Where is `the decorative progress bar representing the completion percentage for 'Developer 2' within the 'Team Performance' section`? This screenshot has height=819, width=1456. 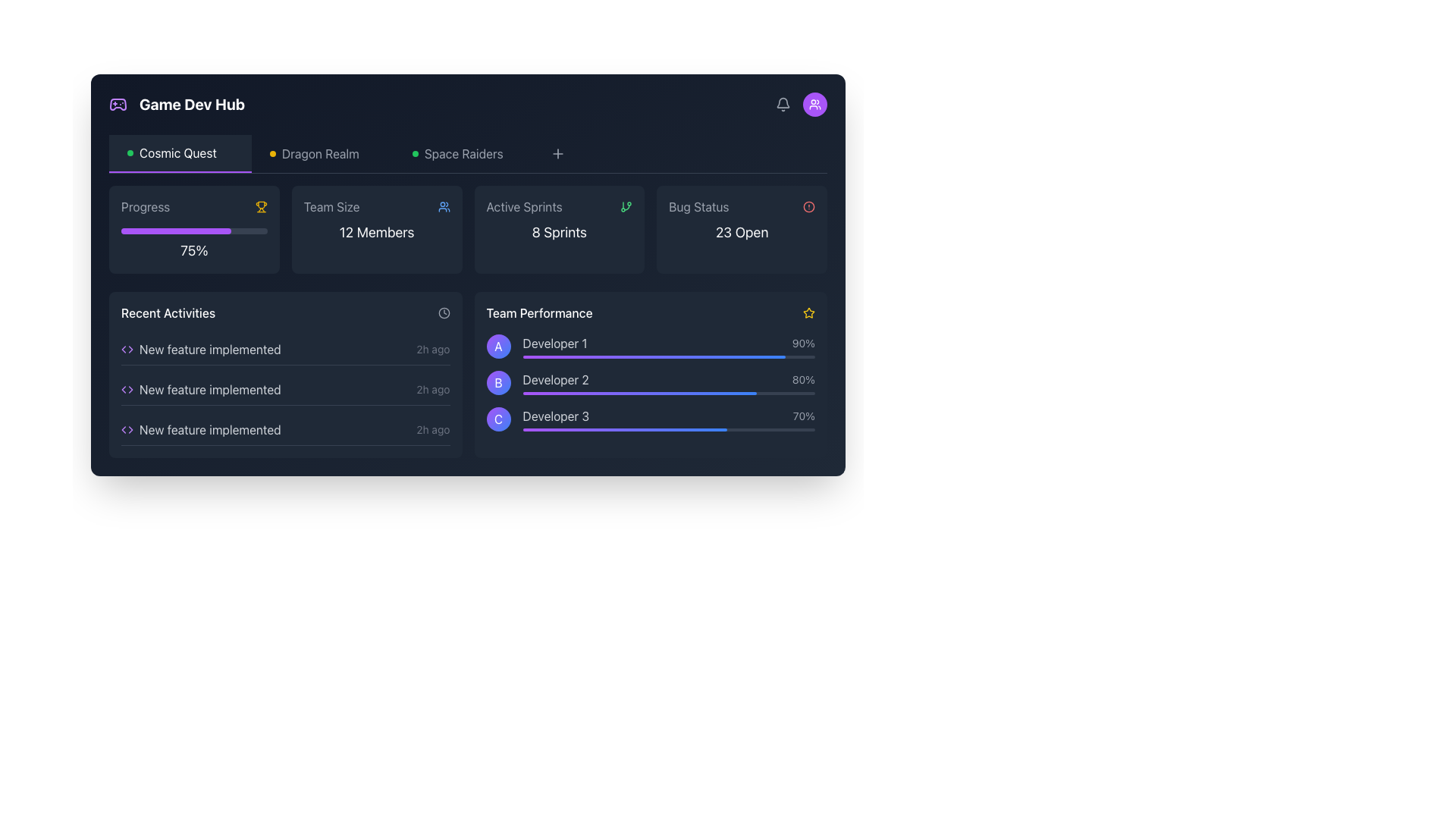 the decorative progress bar representing the completion percentage for 'Developer 2' within the 'Team Performance' section is located at coordinates (654, 356).